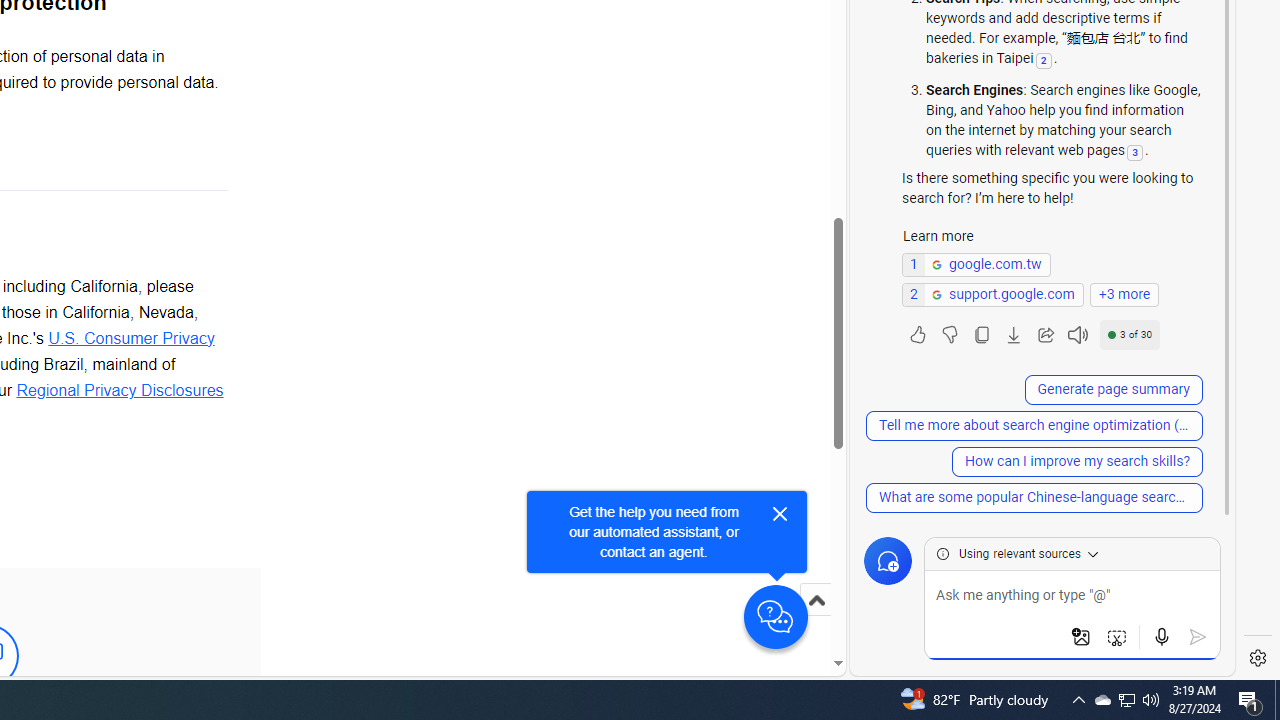 This screenshot has height=720, width=1280. What do you see at coordinates (816, 598) in the screenshot?
I see `'Scroll to top'` at bounding box center [816, 598].